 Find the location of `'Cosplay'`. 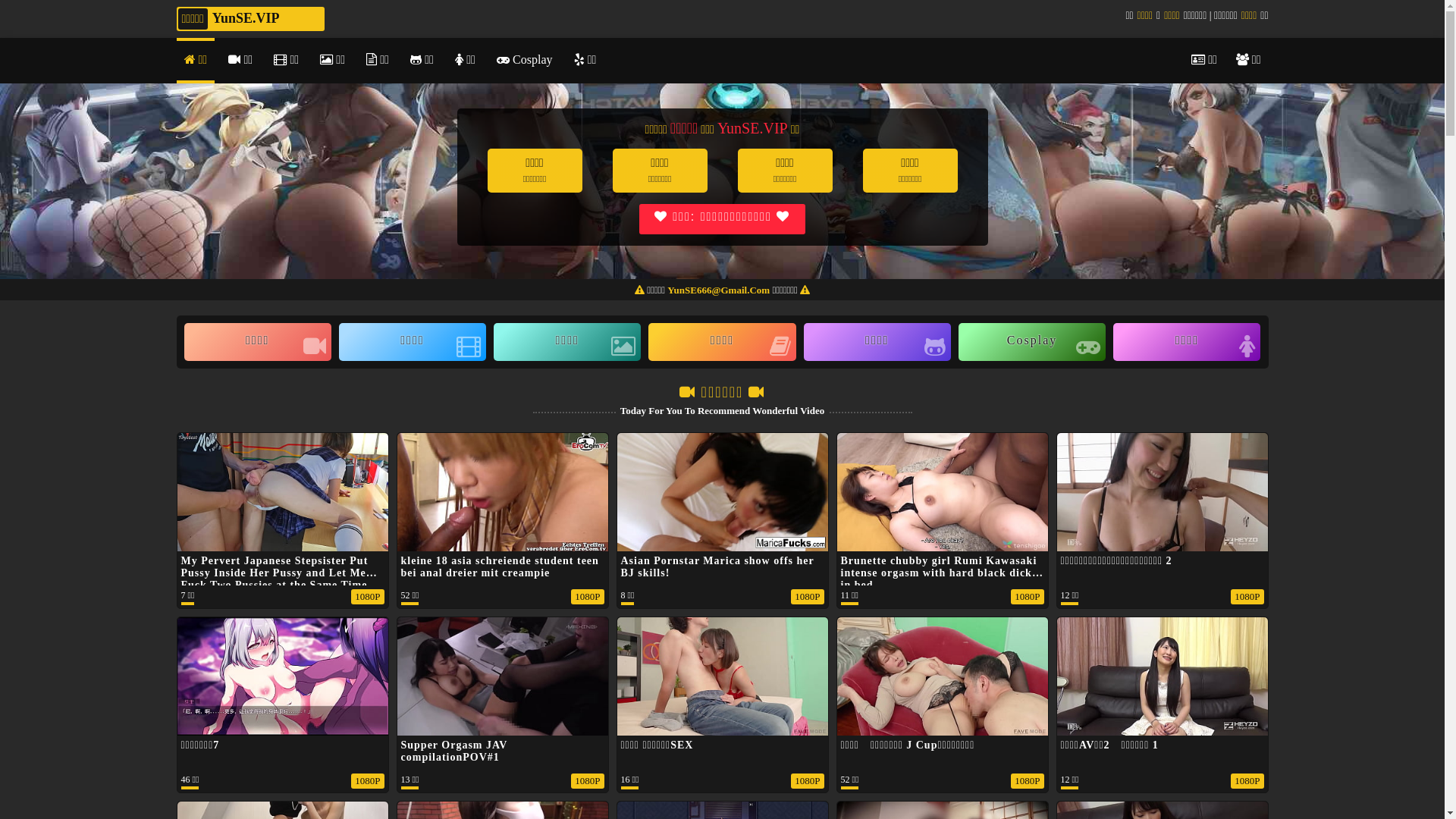

'Cosplay' is located at coordinates (1031, 342).